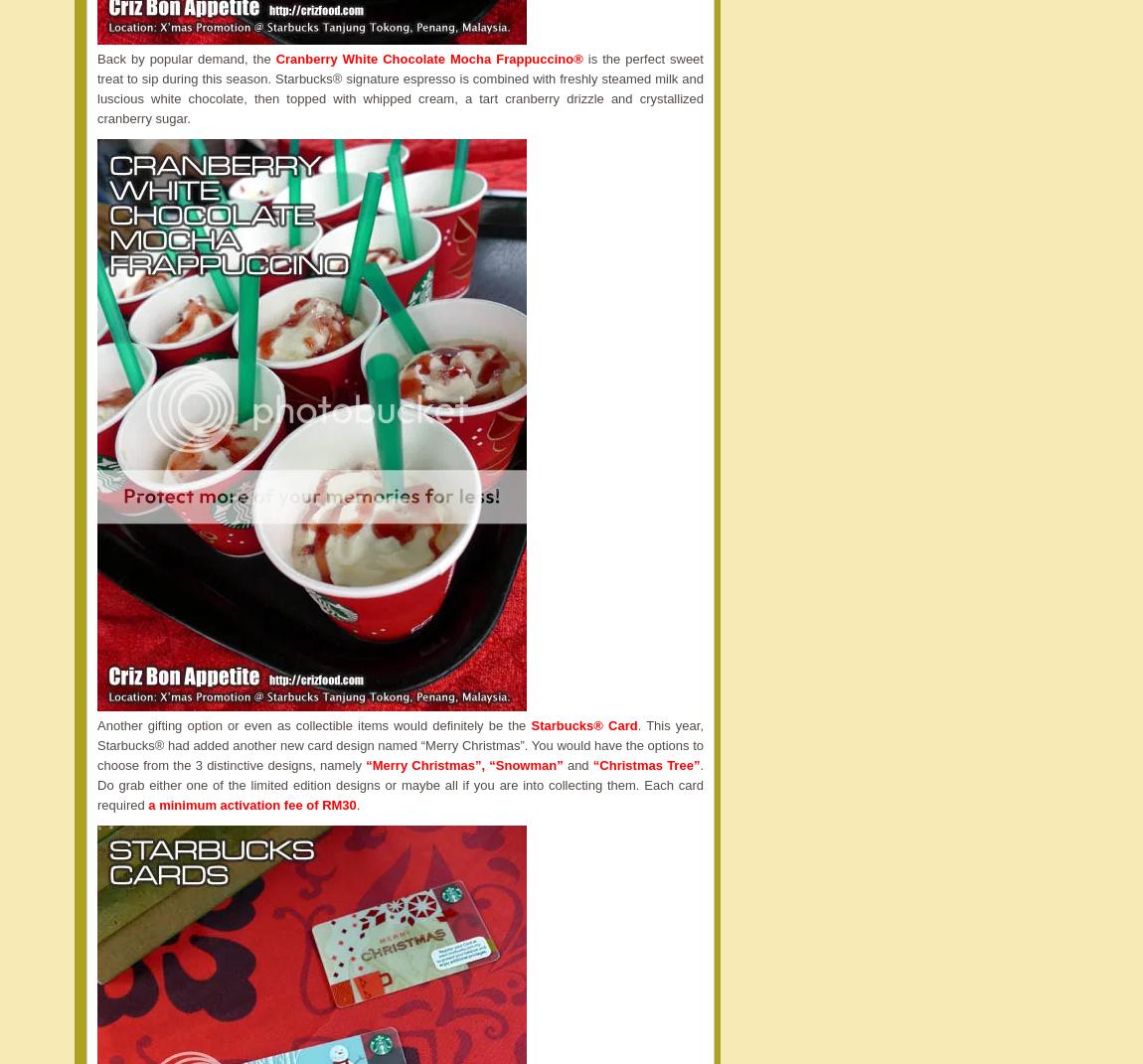  What do you see at coordinates (575, 764) in the screenshot?
I see `'and'` at bounding box center [575, 764].